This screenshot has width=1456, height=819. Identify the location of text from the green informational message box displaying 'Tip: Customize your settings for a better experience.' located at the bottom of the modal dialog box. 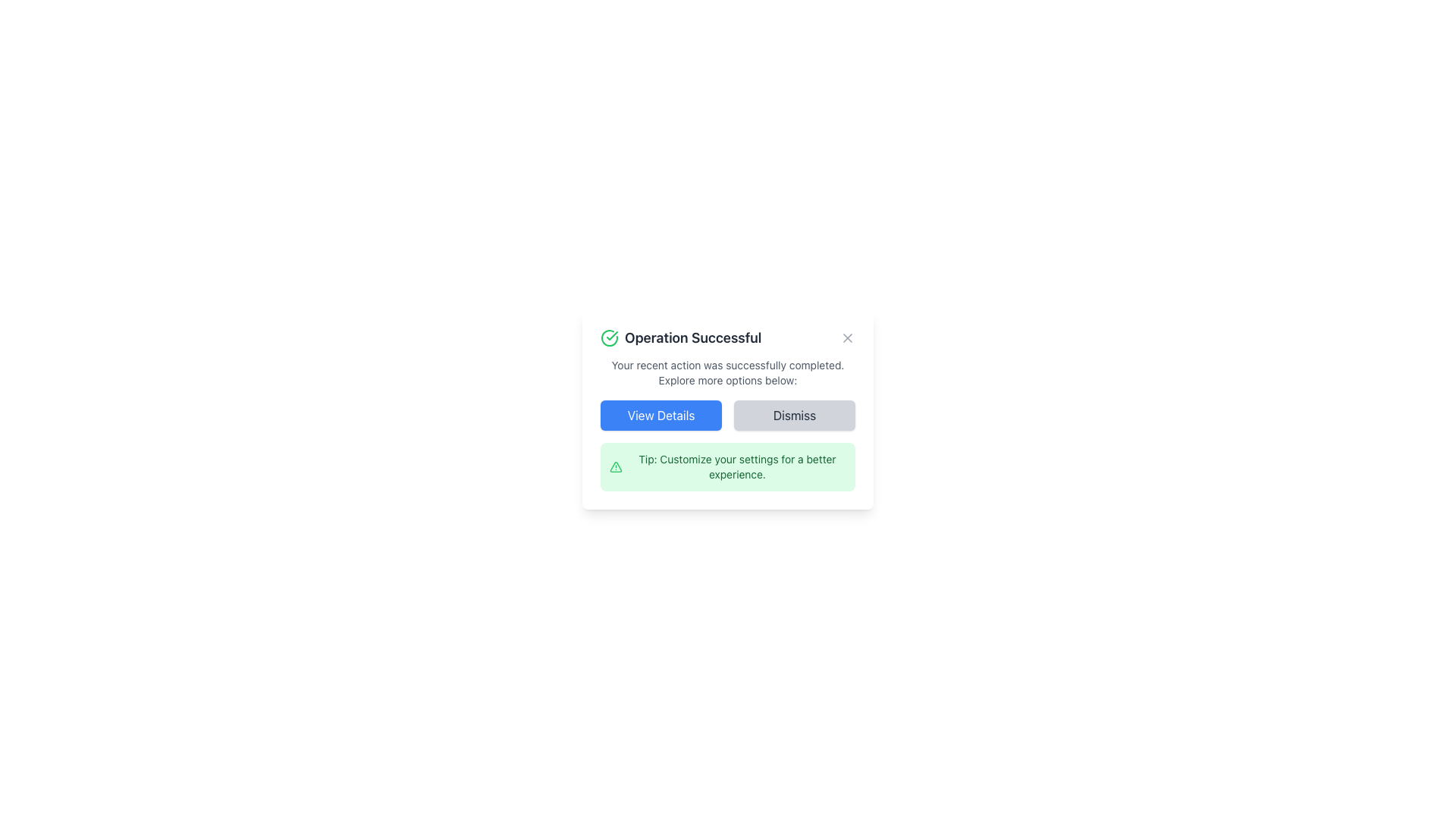
(728, 466).